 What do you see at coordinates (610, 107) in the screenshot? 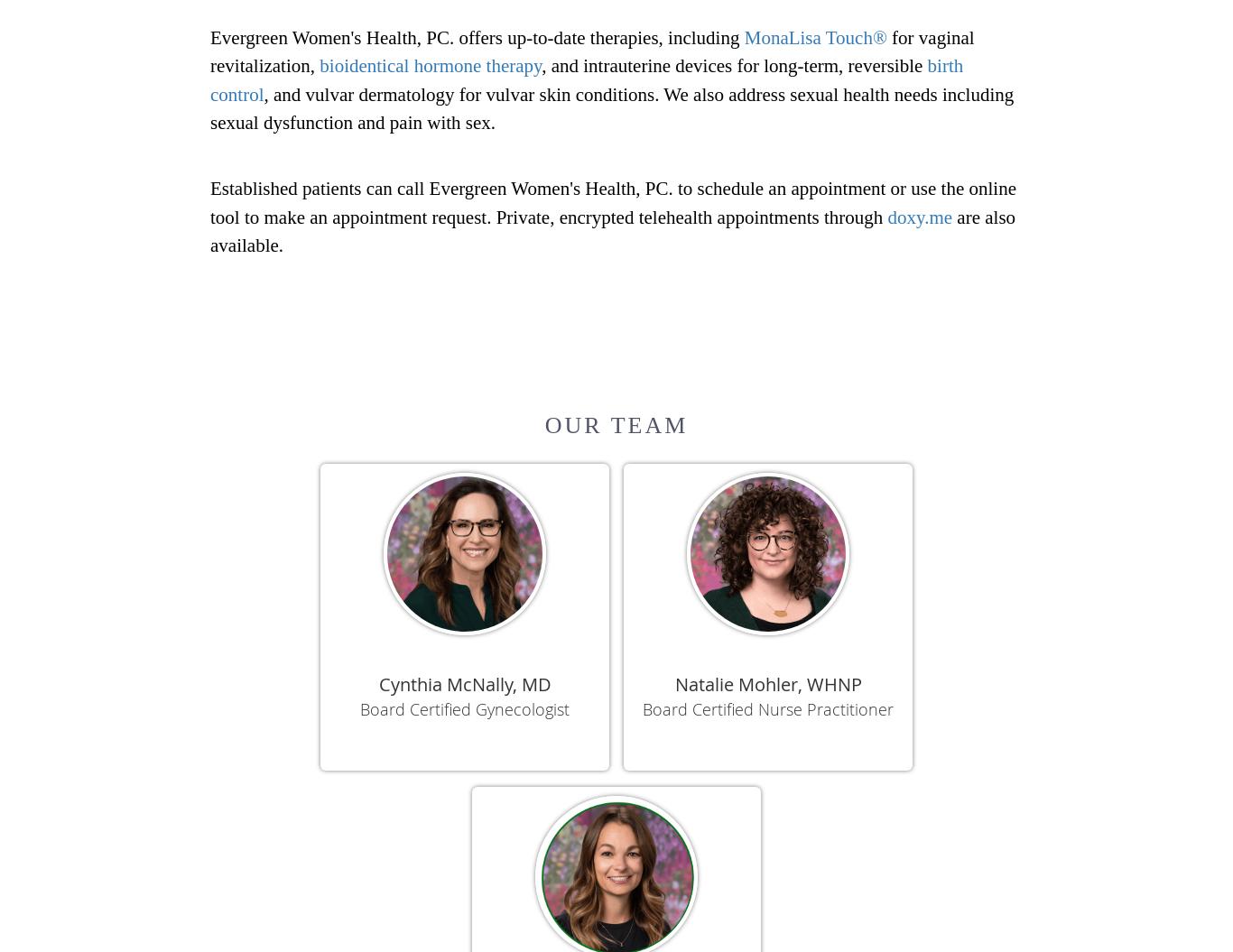
I see `', and vulvar dermatology for vulvar skin conditions. We also address sexual health needs including sexual dysfunction and pain with sex.'` at bounding box center [610, 107].